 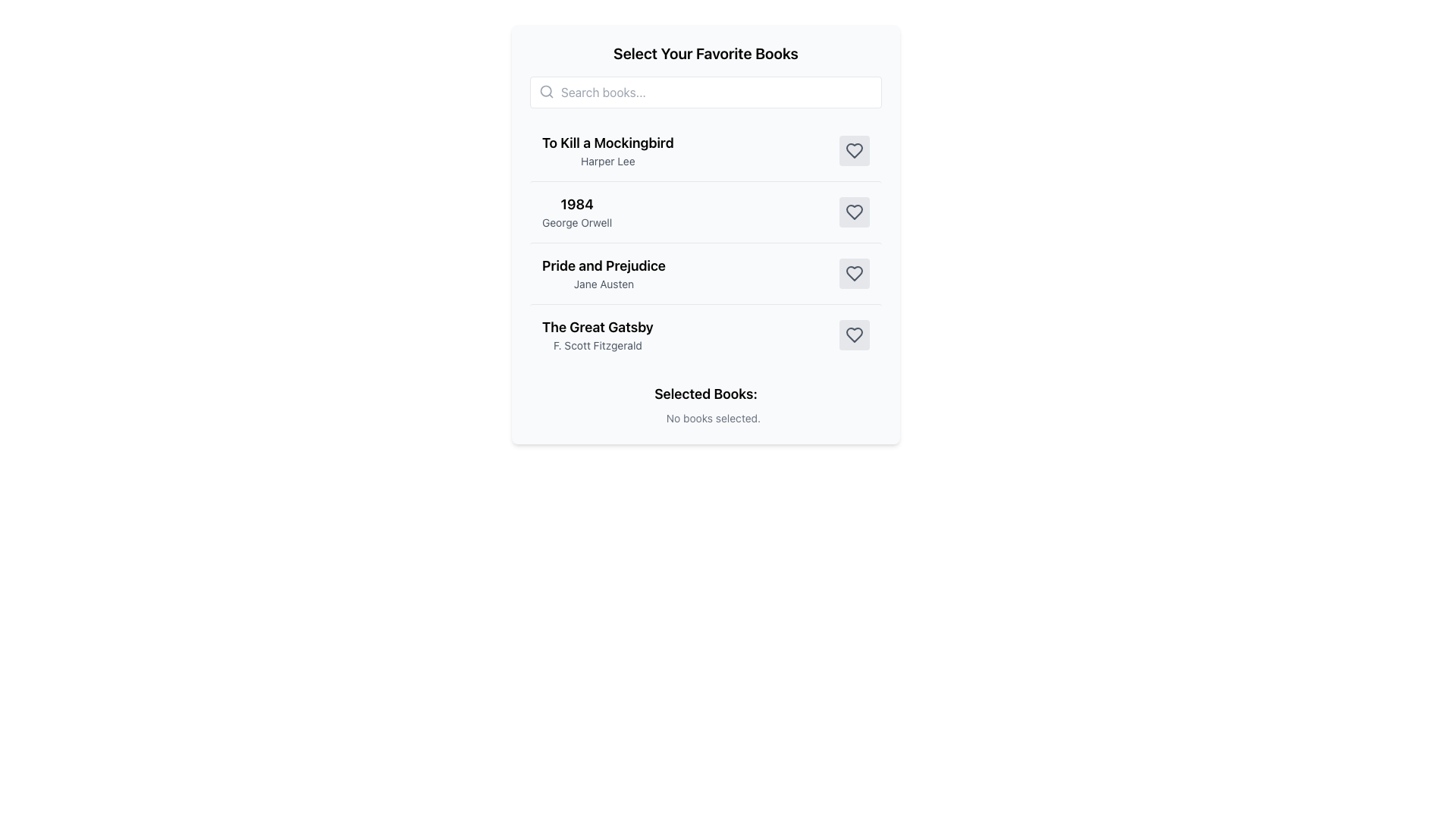 I want to click on the textual label displaying the name 'Jane Austen', which is styled in a smaller gray font and positioned directly underneath the 'Pride and Prejudice' title text, so click(x=603, y=284).